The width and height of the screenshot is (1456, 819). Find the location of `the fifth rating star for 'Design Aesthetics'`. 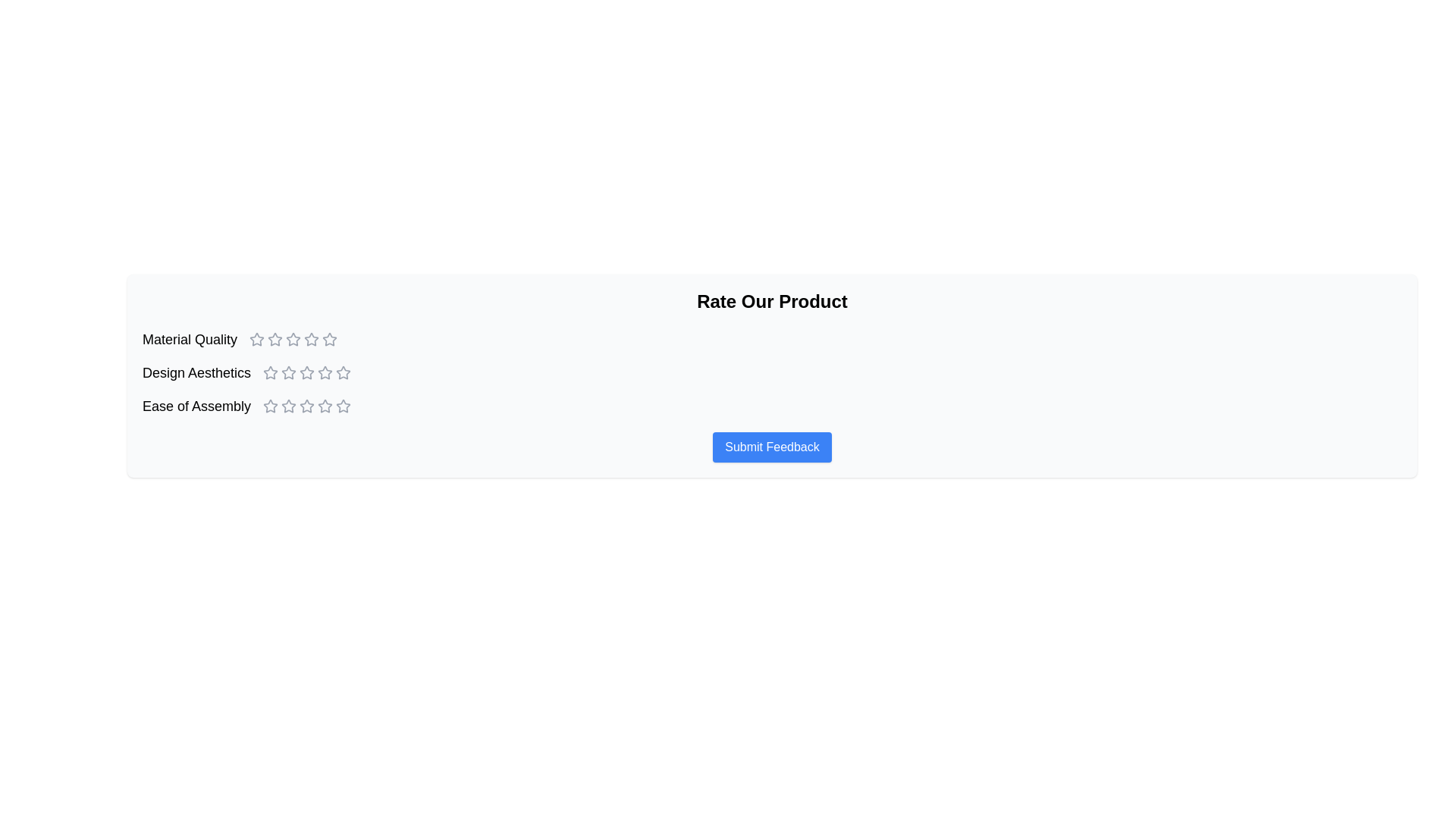

the fifth rating star for 'Design Aesthetics' is located at coordinates (325, 373).